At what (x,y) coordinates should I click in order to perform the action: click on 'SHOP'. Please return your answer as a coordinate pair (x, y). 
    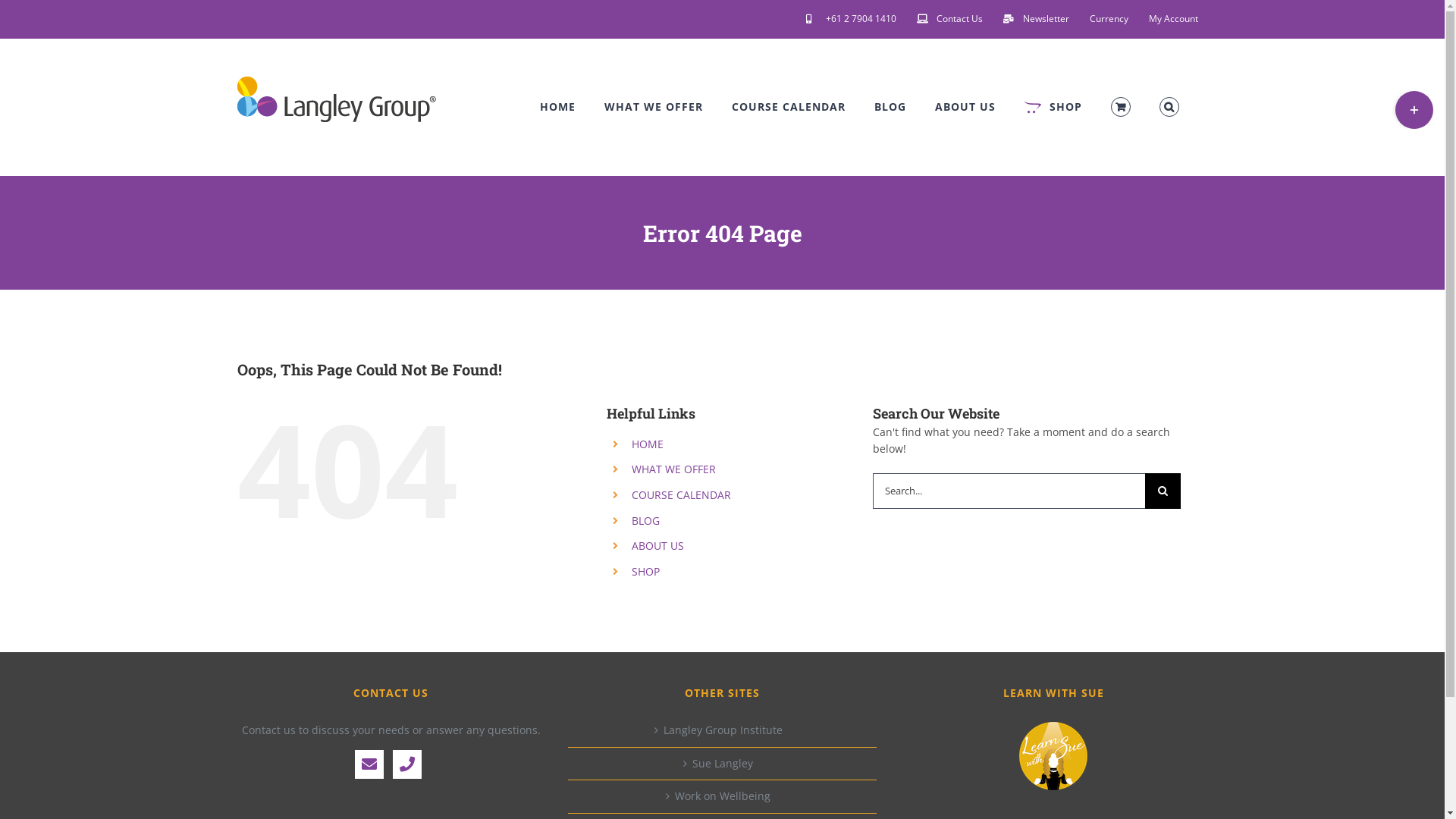
    Looking at the image, I should click on (1052, 106).